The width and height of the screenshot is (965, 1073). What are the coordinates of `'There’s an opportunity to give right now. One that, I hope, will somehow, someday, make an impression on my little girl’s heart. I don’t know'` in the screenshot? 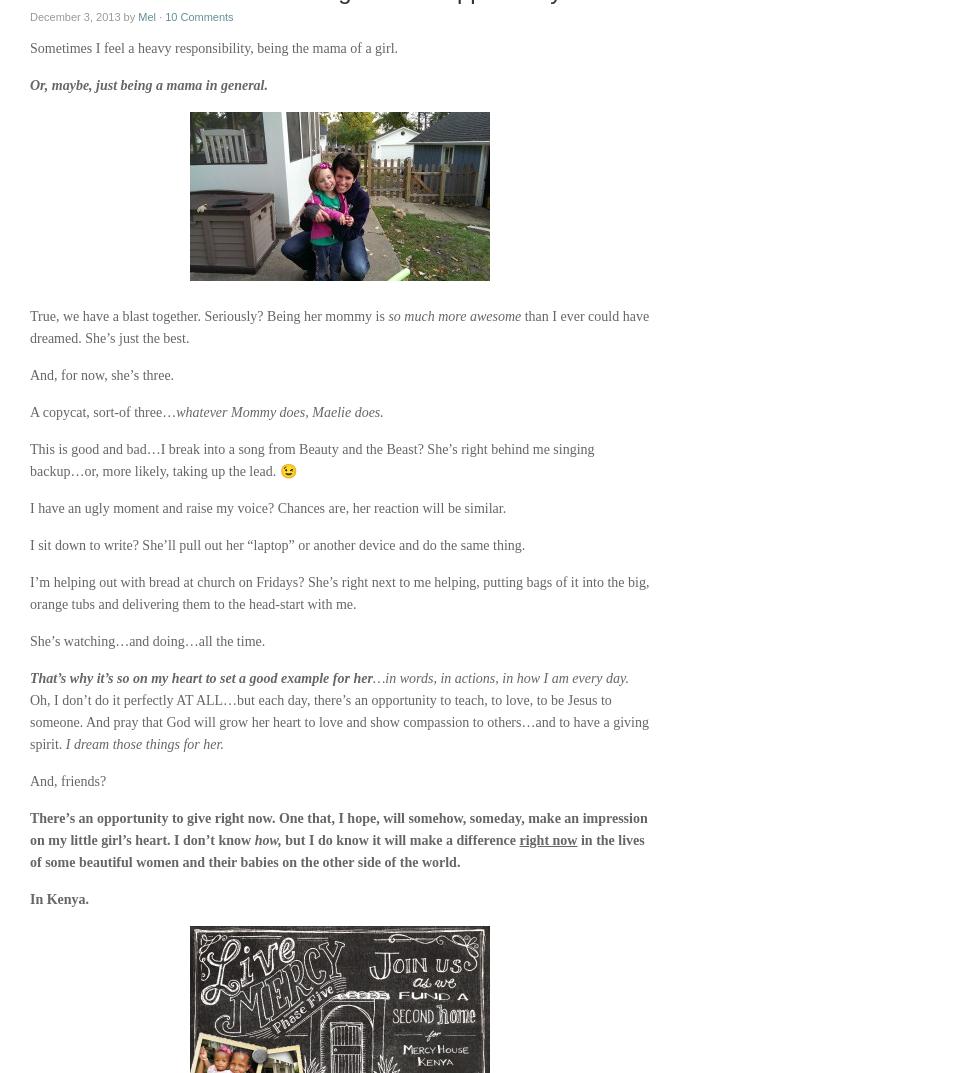 It's located at (338, 829).